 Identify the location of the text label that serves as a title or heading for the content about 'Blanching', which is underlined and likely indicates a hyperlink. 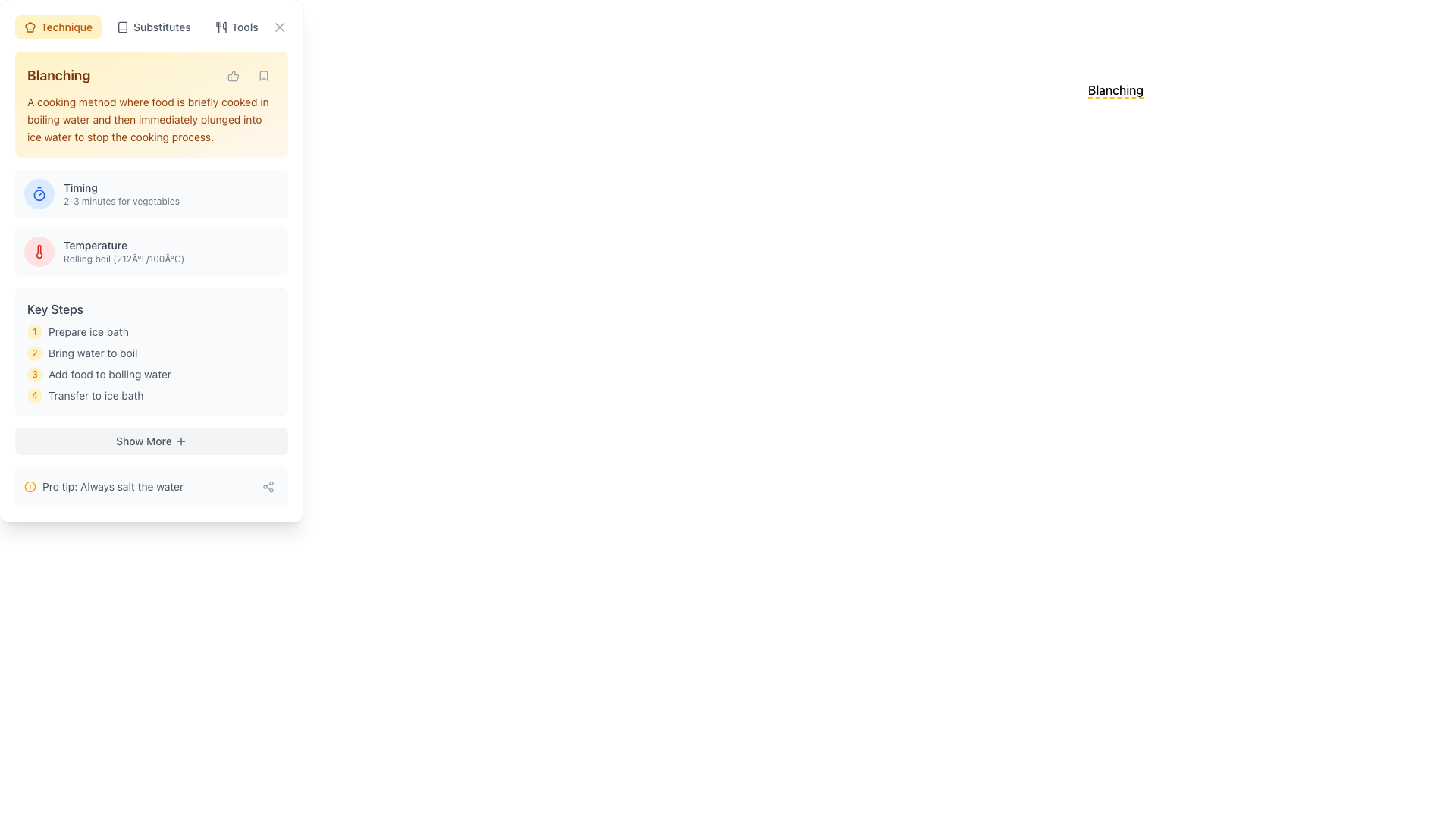
(1116, 90).